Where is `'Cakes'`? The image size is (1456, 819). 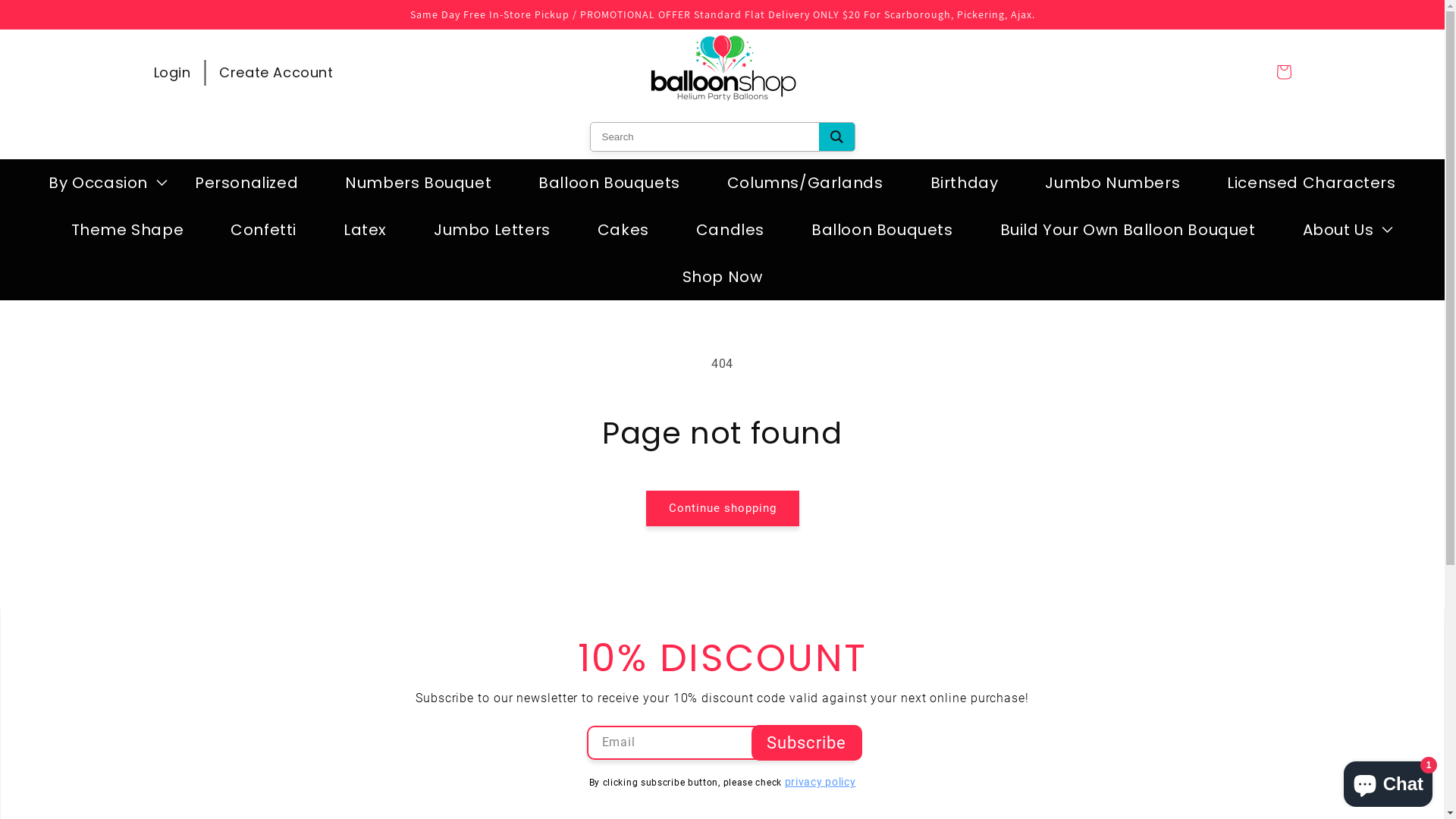 'Cakes' is located at coordinates (623, 230).